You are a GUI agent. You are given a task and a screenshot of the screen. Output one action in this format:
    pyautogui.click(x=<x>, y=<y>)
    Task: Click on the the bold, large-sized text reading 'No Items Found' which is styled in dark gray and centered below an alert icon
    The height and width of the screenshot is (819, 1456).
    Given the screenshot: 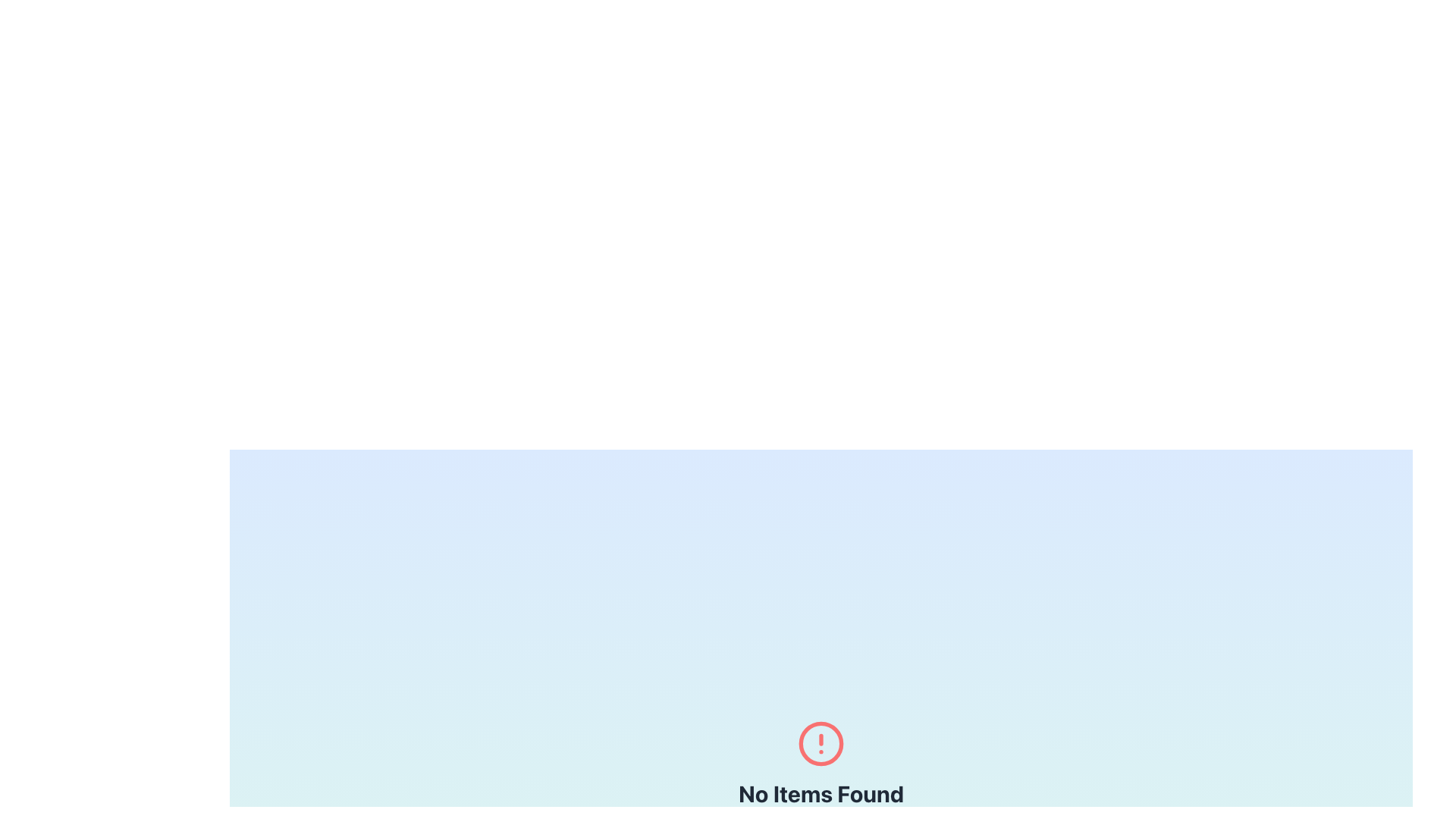 What is the action you would take?
    pyautogui.click(x=821, y=792)
    